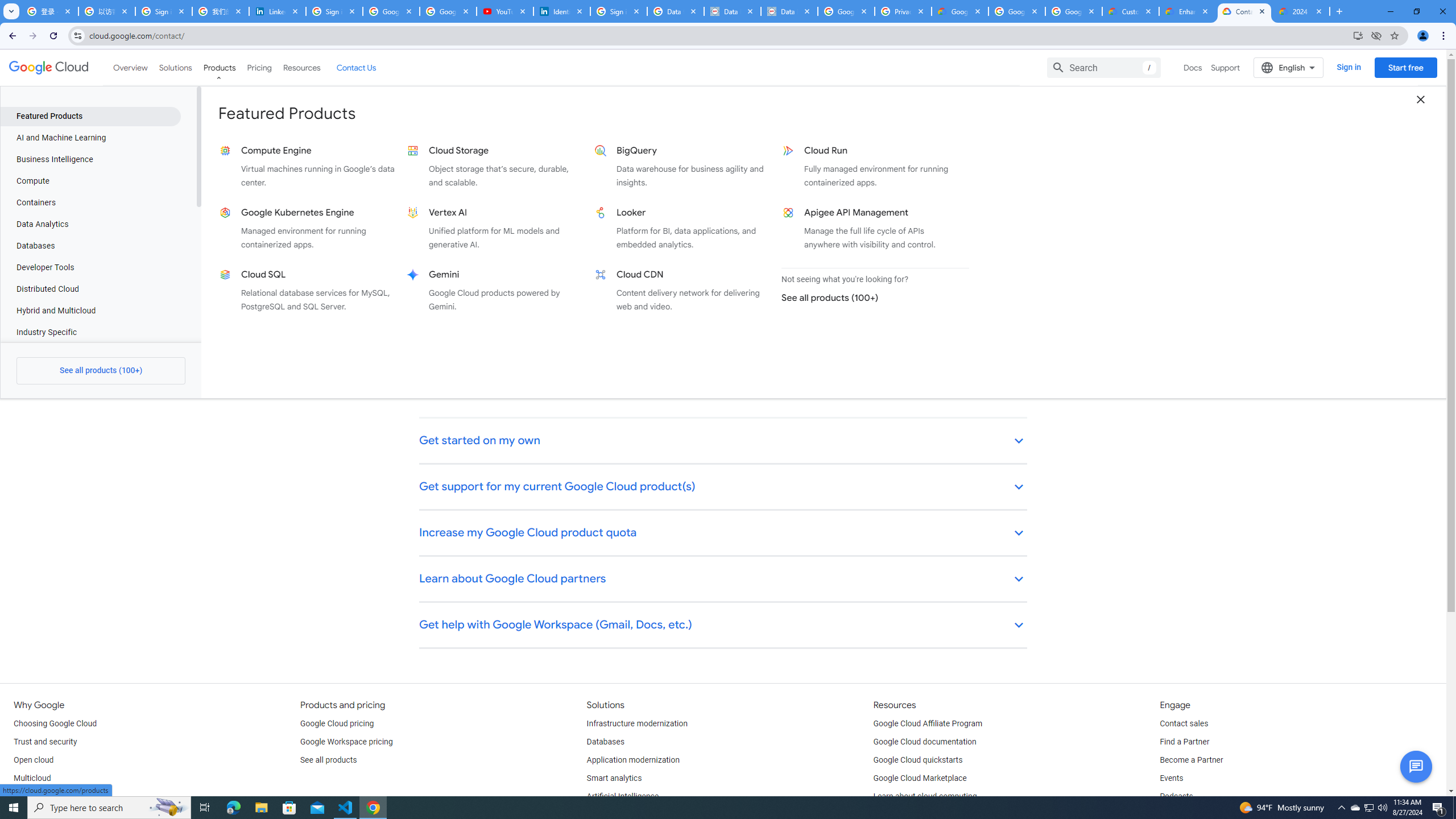 This screenshot has width=1456, height=819. What do you see at coordinates (301, 67) in the screenshot?
I see `'Resources'` at bounding box center [301, 67].